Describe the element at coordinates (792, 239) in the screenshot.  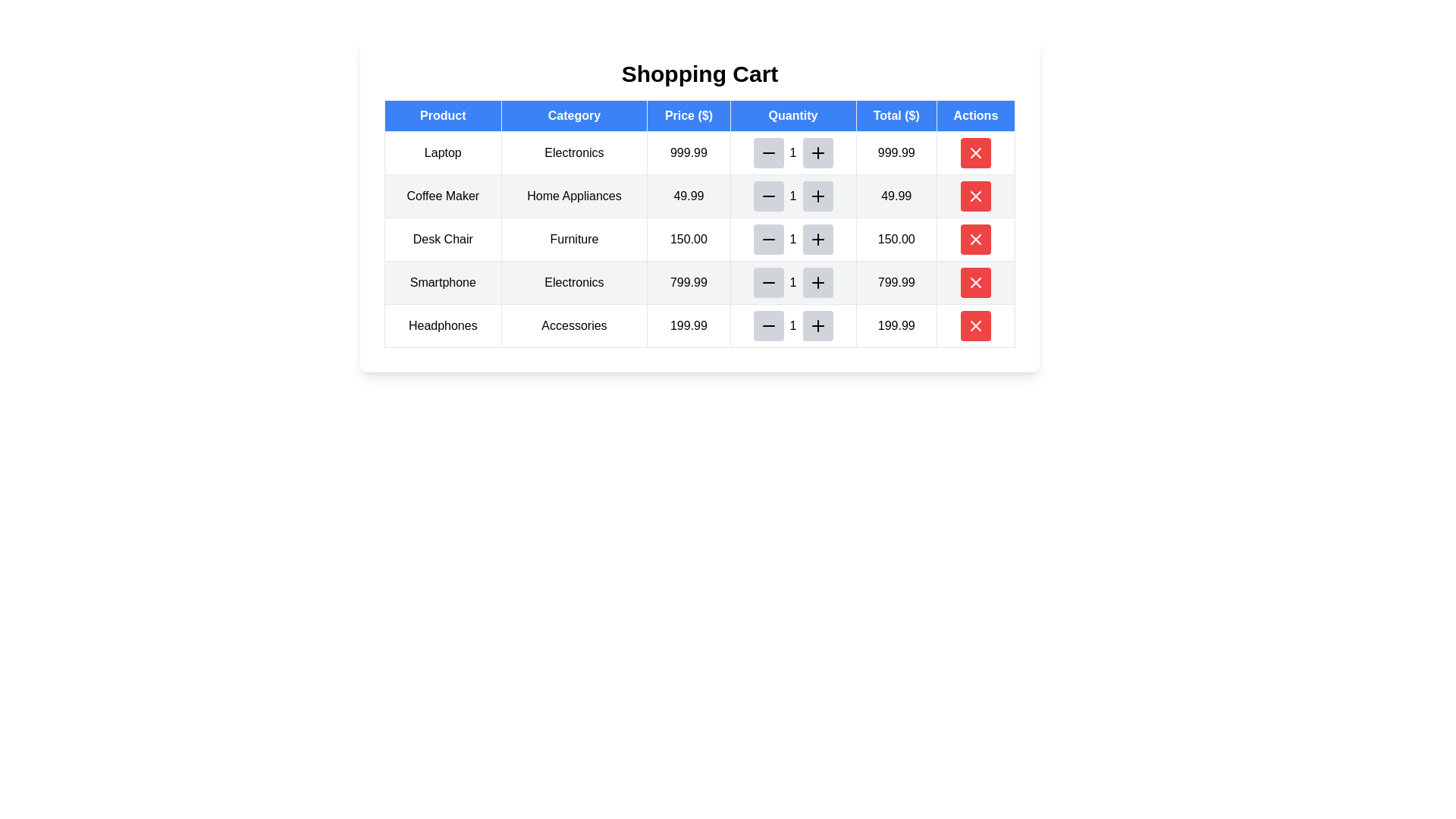
I see `text content of the 'Quantity' display for the 'Desk Chair' item in the shopping cart, located centrally between the increment and decrement buttons` at that location.